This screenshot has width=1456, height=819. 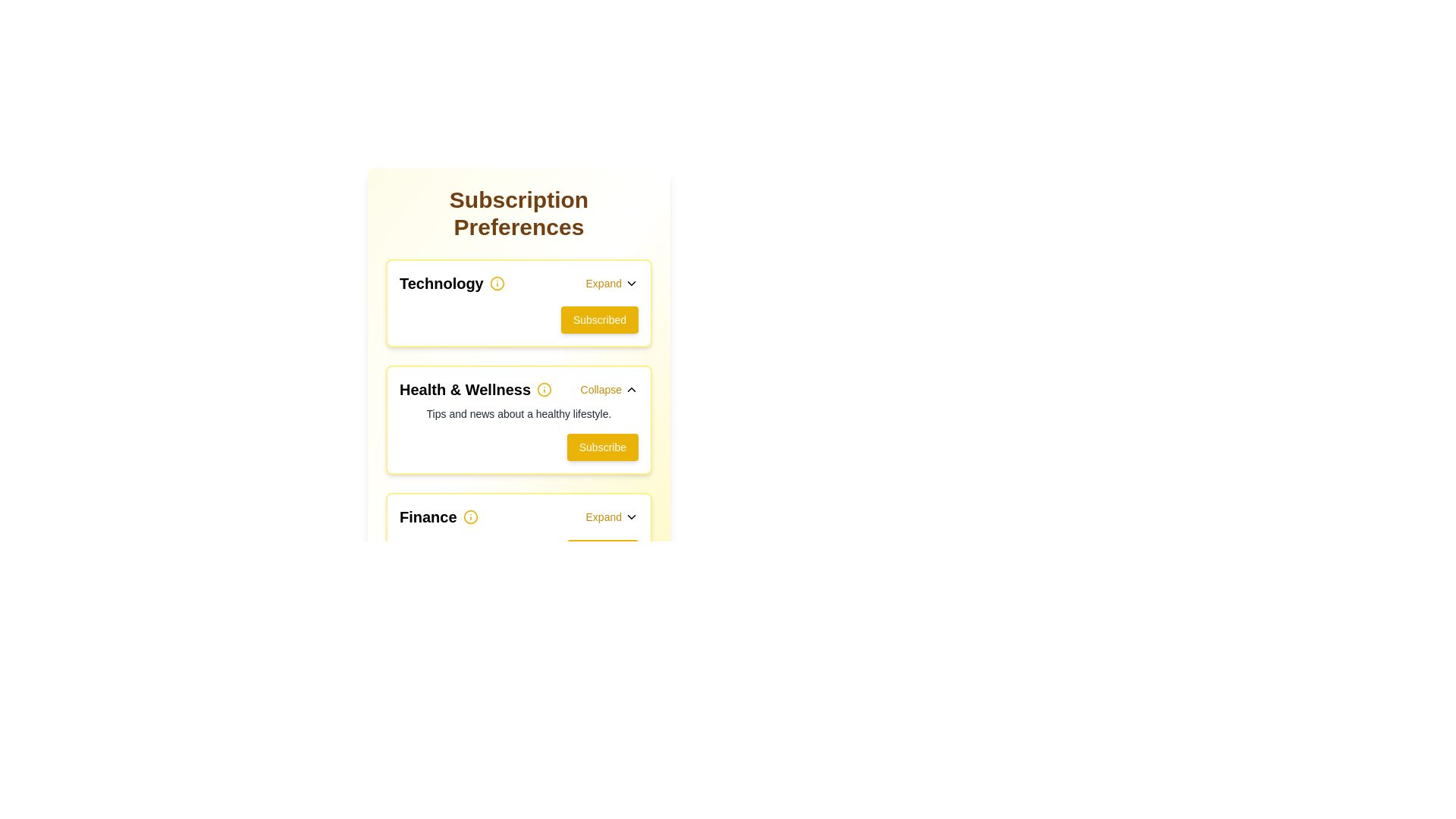 I want to click on the yellow 'Subscribe' button with rounded corners located in the bottom right corner of the 'Health & Wellness' section, so click(x=601, y=447).